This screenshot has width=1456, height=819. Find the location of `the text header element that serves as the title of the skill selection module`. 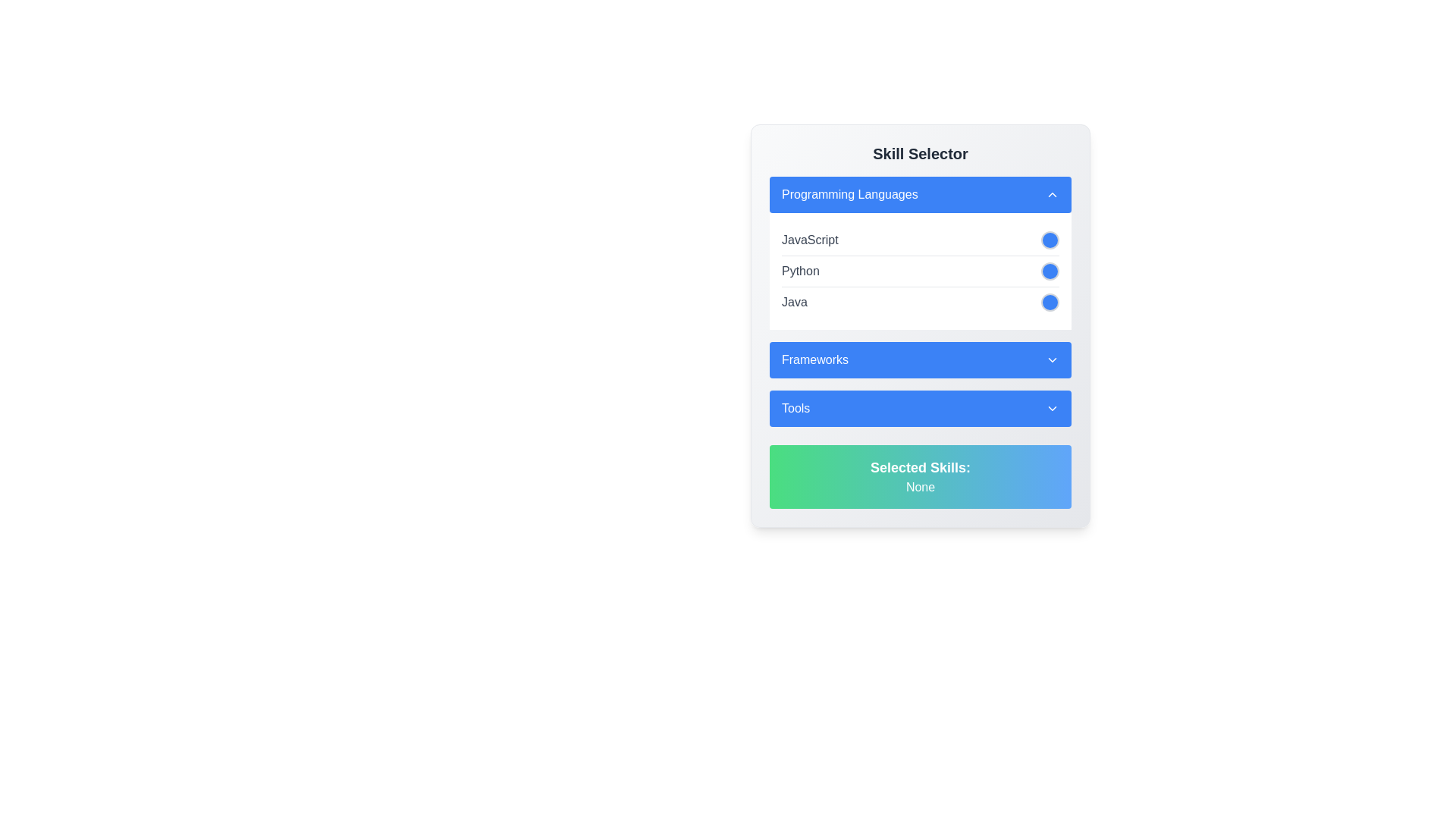

the text header element that serves as the title of the skill selection module is located at coordinates (920, 154).